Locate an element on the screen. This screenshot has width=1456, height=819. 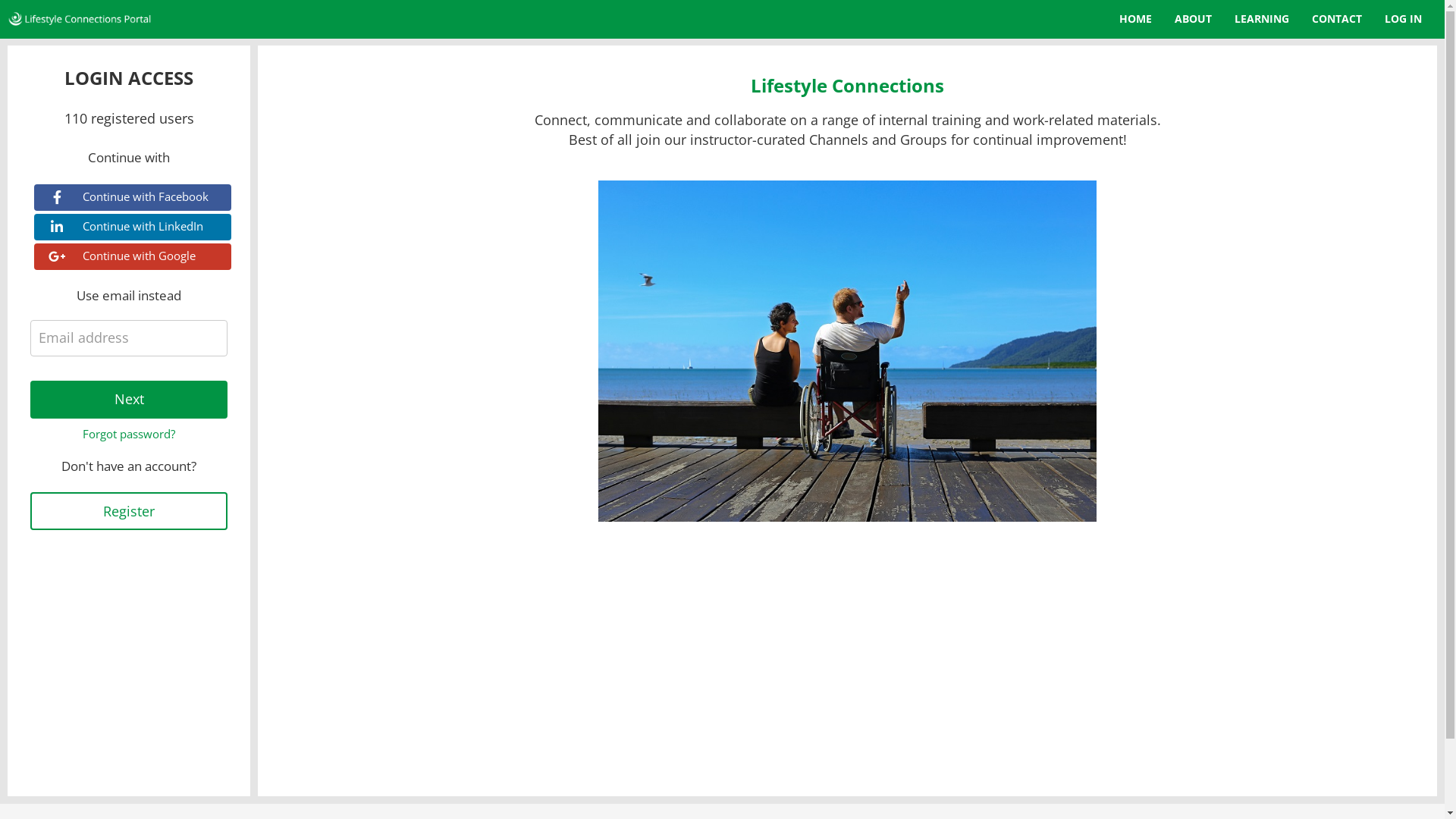
'Next' is located at coordinates (30, 399).